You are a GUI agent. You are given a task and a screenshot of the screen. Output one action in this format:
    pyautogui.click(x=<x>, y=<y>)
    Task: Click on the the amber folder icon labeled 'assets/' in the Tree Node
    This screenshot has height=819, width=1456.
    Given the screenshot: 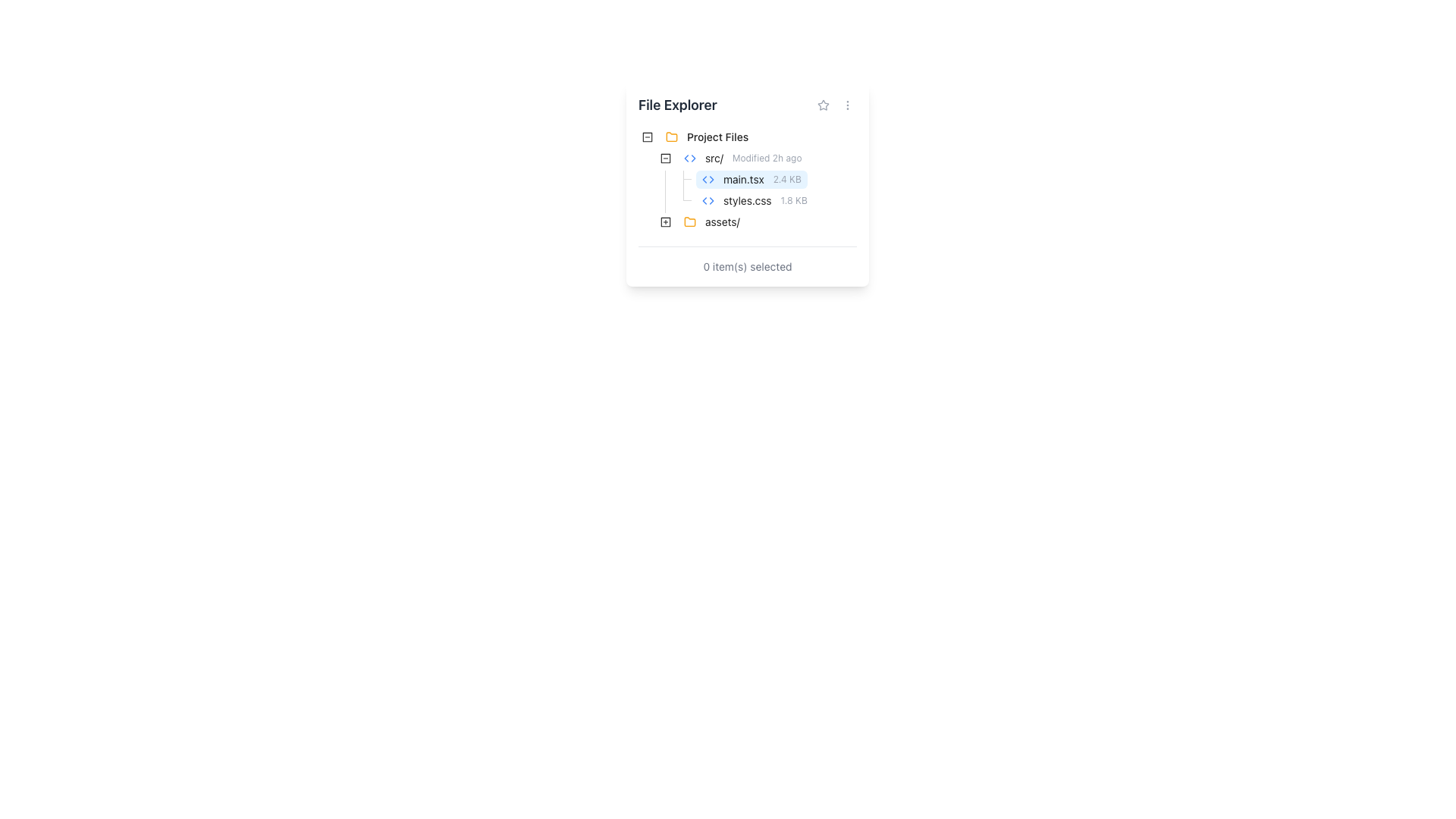 What is the action you would take?
    pyautogui.click(x=691, y=222)
    